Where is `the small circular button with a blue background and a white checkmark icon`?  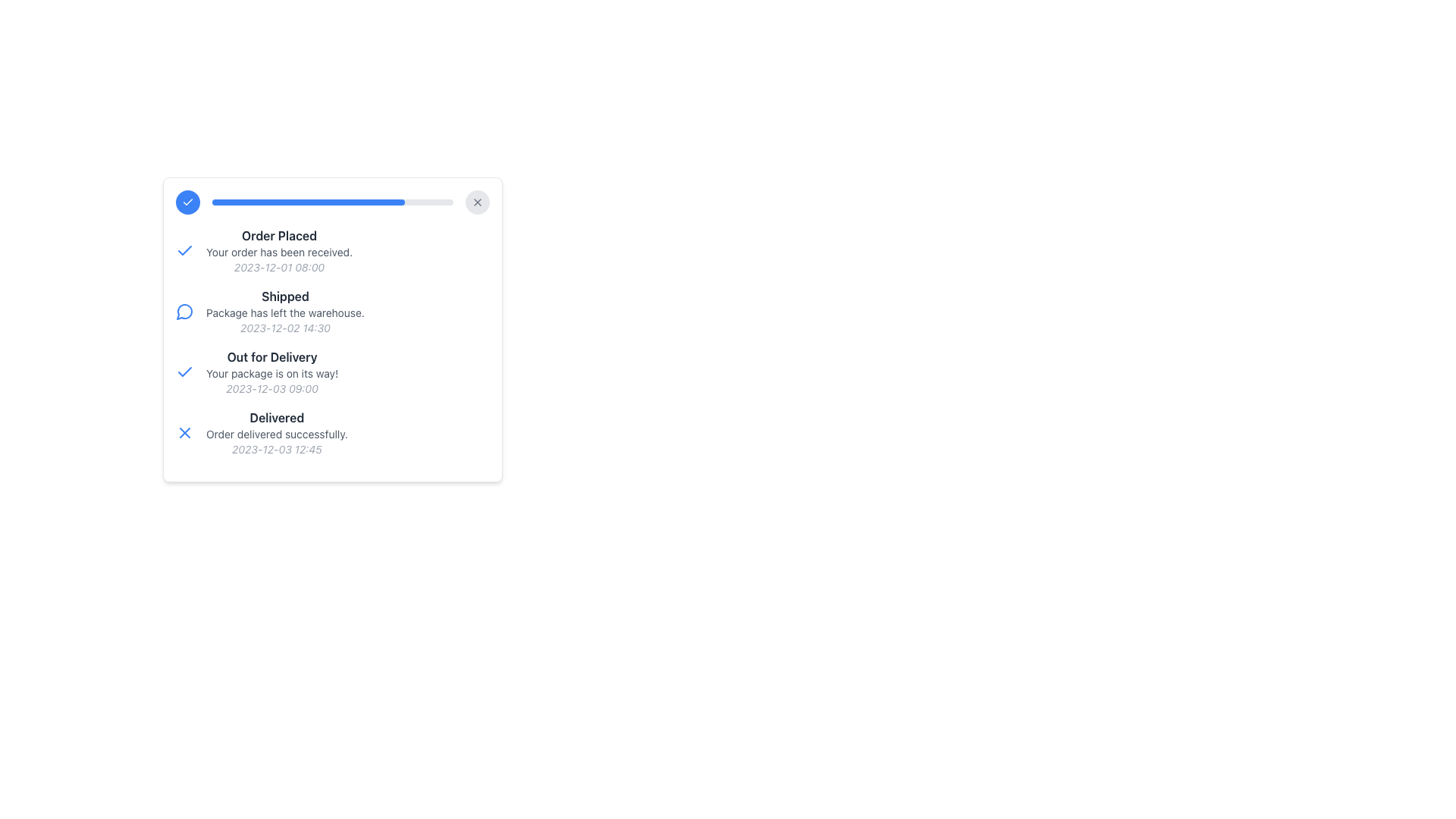 the small circular button with a blue background and a white checkmark icon is located at coordinates (187, 201).